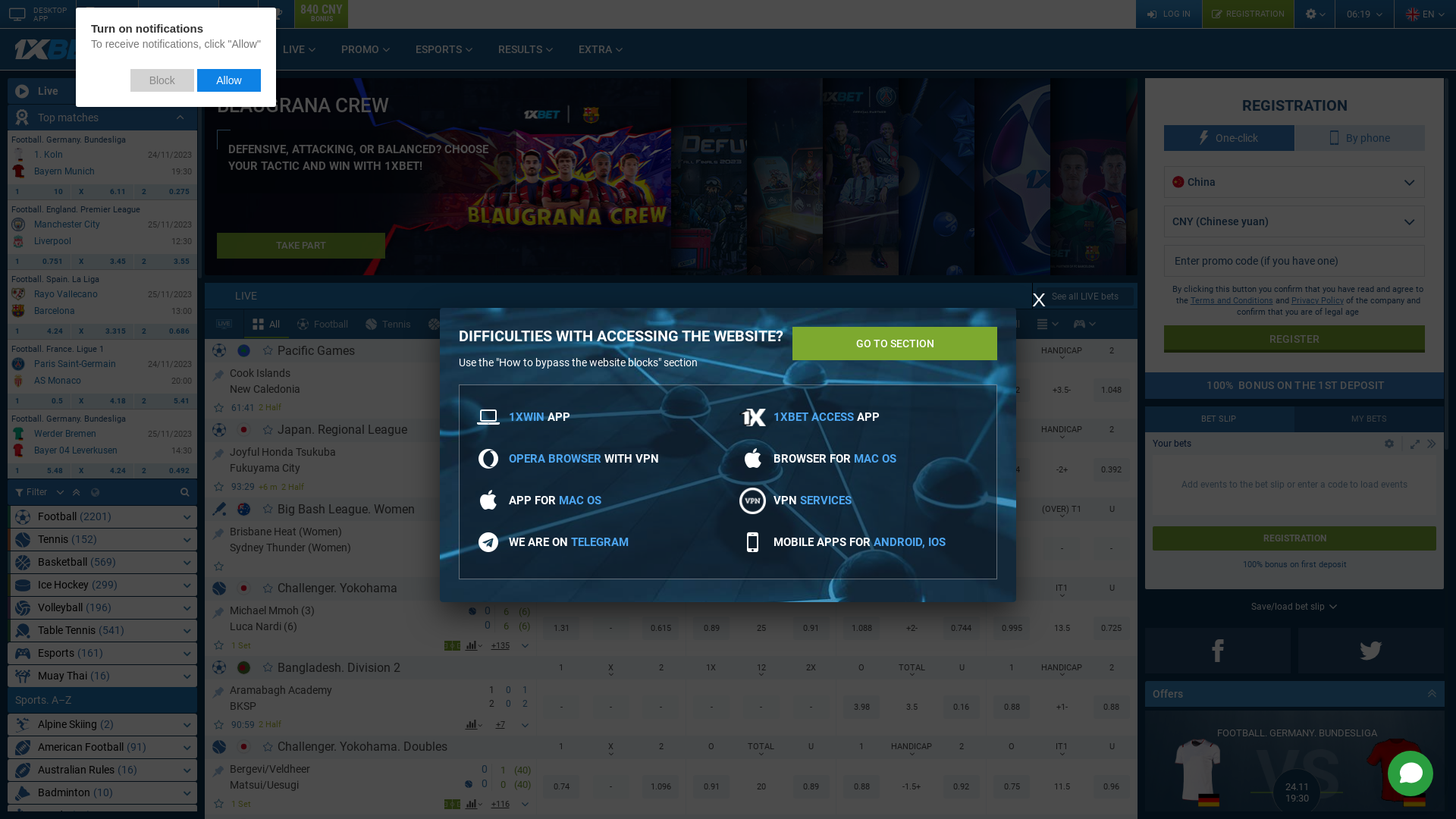 This screenshot has height=819, width=1456. What do you see at coordinates (1163, 137) in the screenshot?
I see `'One-click'` at bounding box center [1163, 137].